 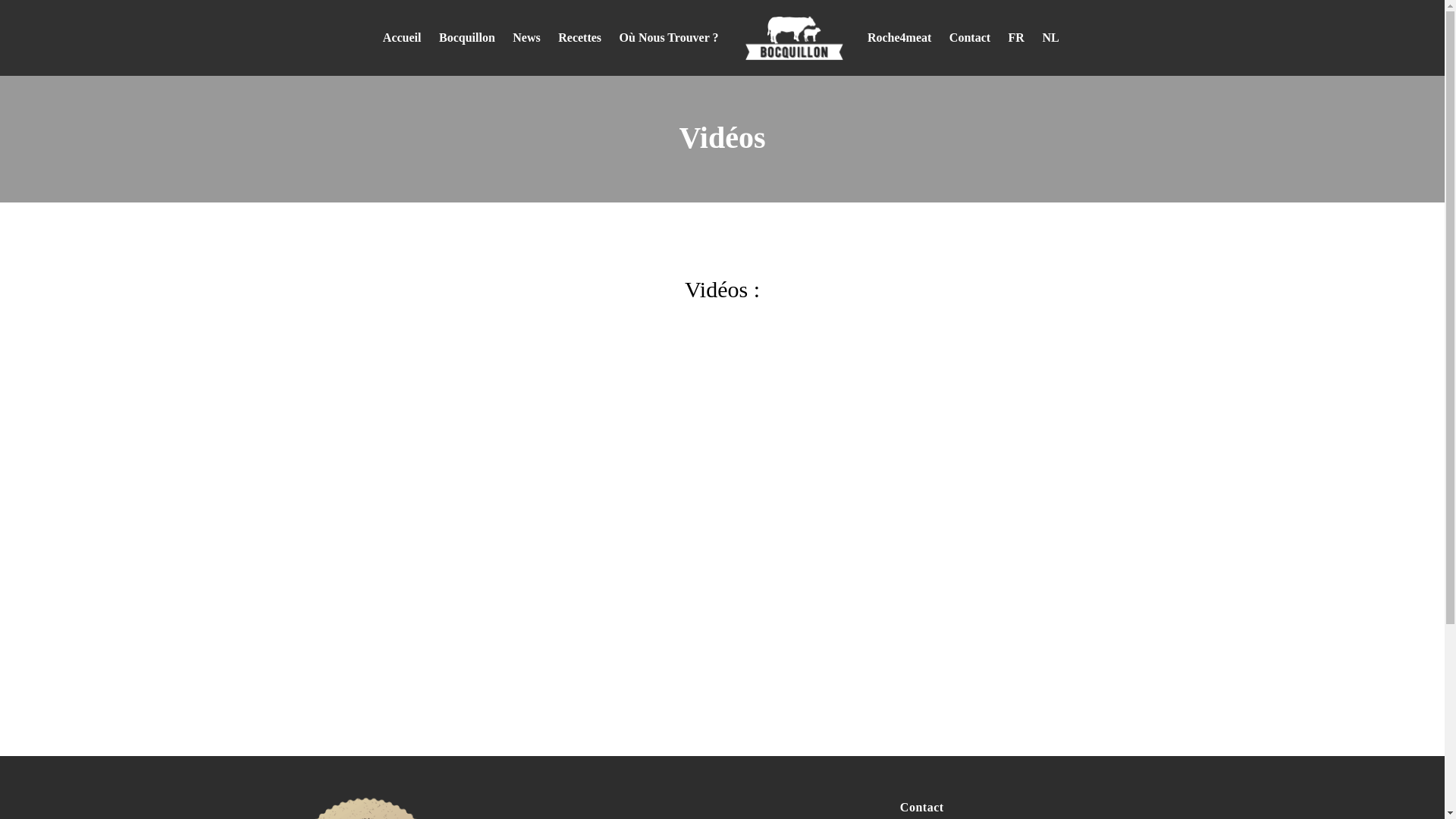 I want to click on 'Accueil', so click(x=375, y=37).